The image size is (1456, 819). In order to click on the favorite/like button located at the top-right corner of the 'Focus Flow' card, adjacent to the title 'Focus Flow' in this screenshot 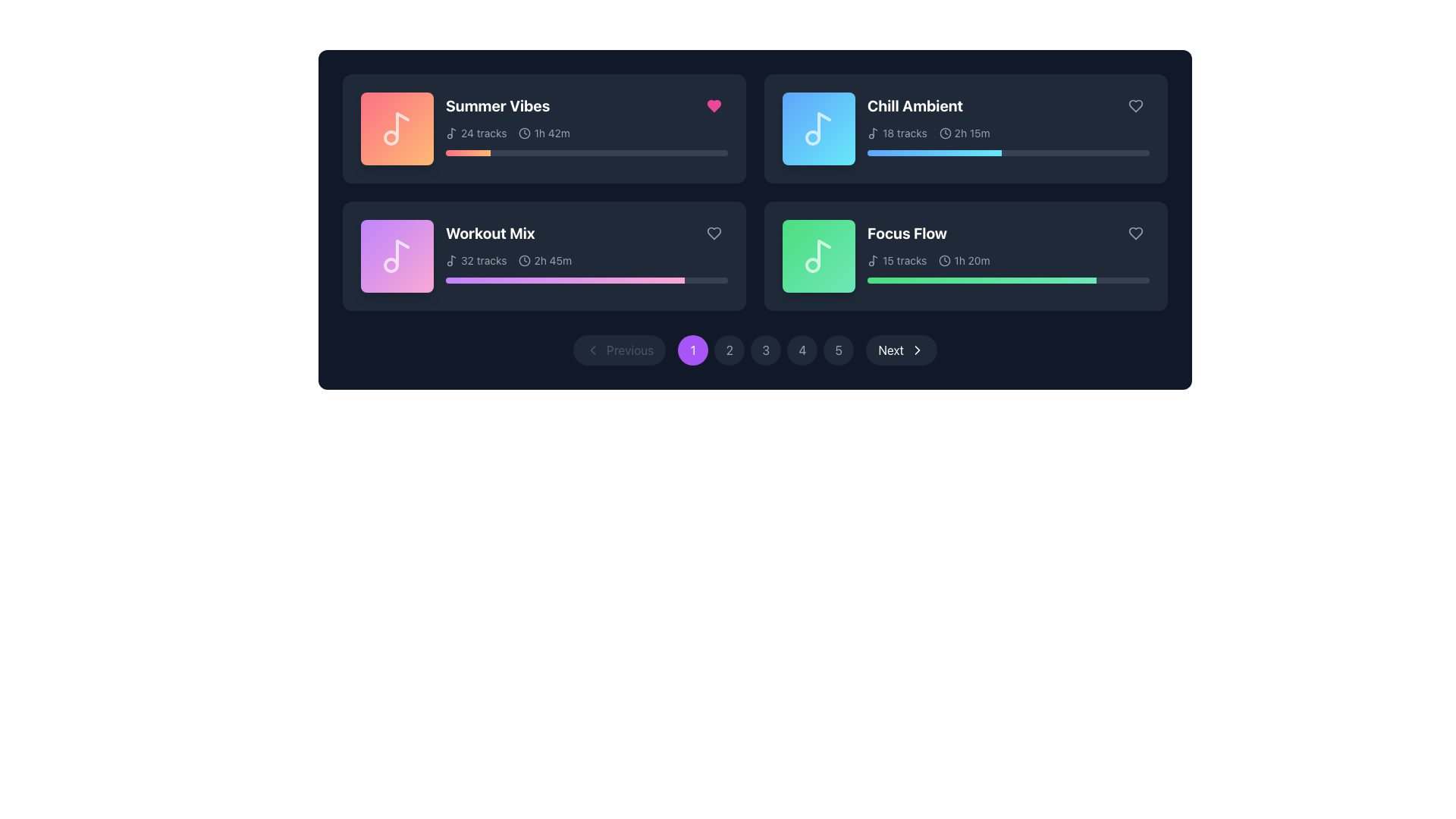, I will do `click(1135, 234)`.